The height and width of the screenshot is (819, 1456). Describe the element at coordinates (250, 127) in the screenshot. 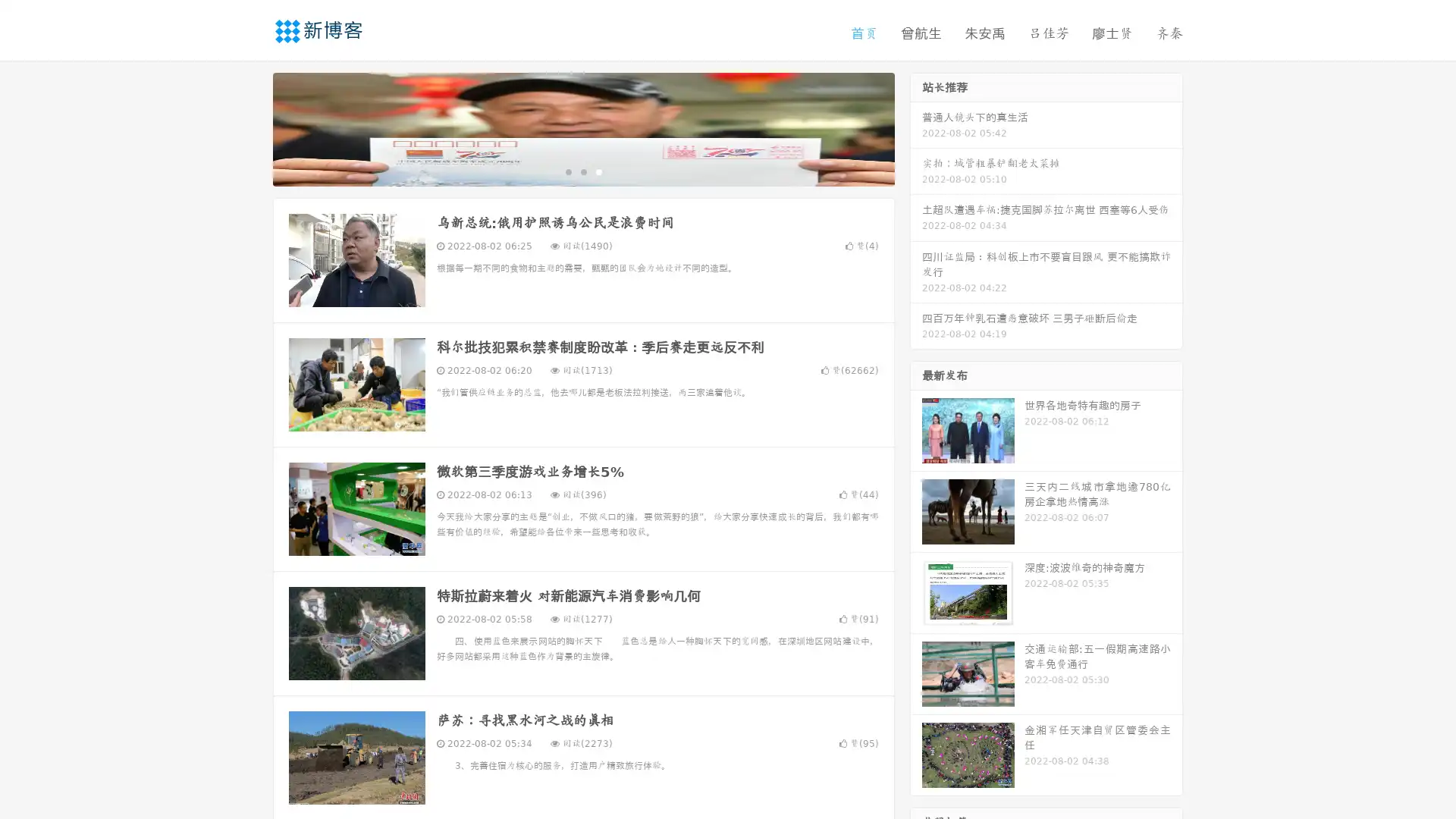

I see `Previous slide` at that location.